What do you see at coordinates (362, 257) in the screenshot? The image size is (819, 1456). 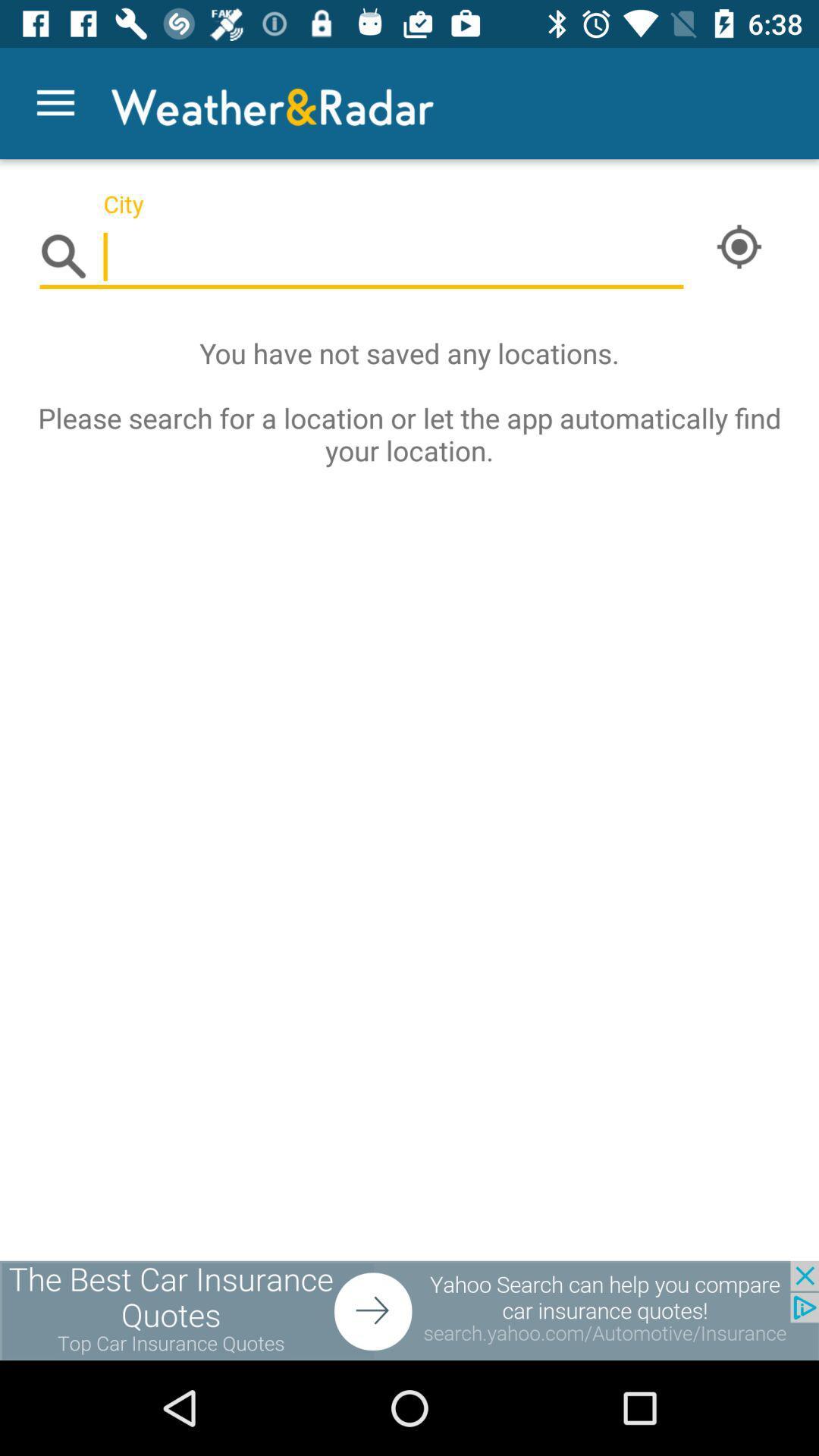 I see `city` at bounding box center [362, 257].